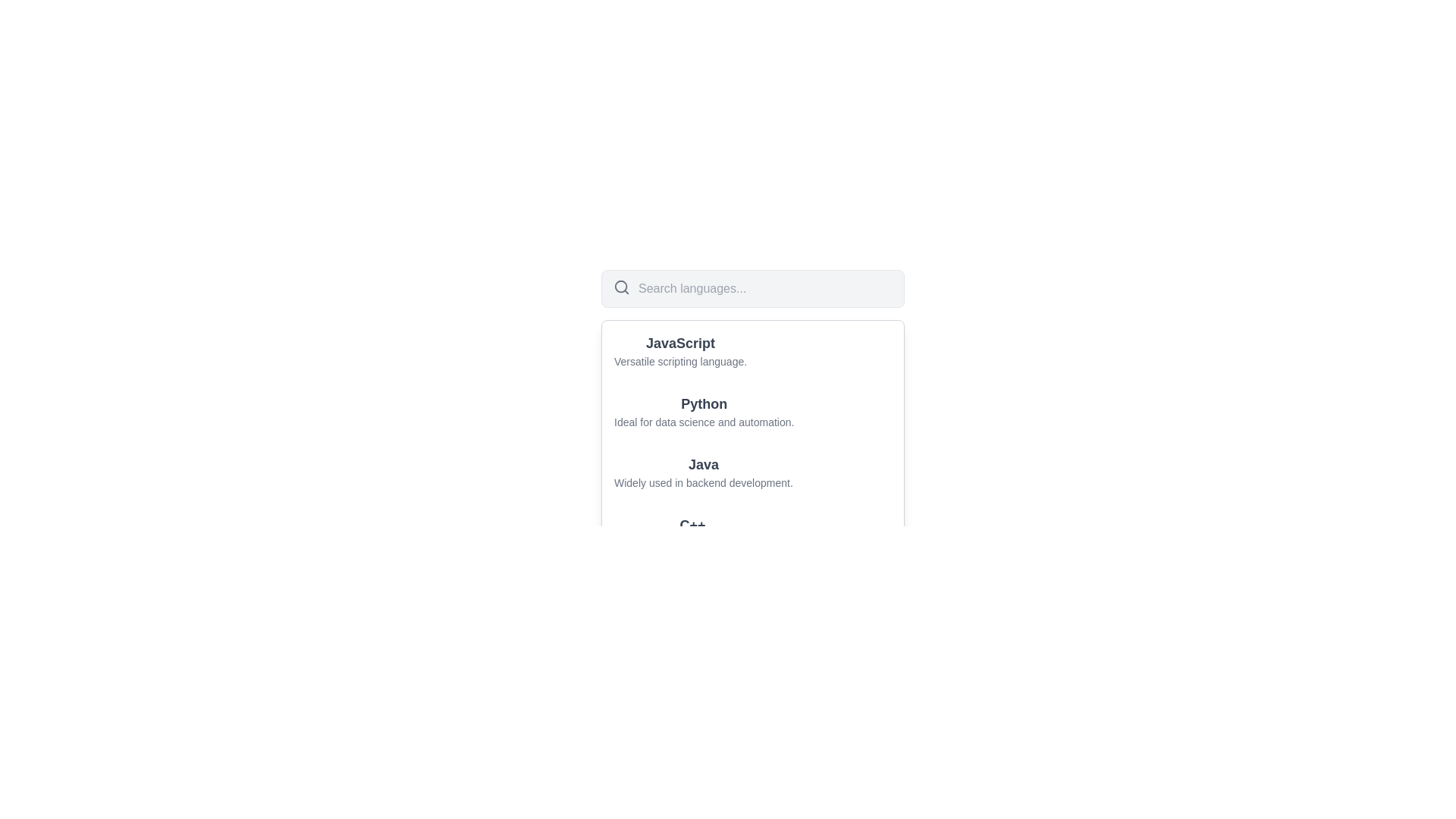  I want to click on the static text element displaying 'Versatile scripting language.' which is located below the bold title 'JavaScript', so click(679, 362).